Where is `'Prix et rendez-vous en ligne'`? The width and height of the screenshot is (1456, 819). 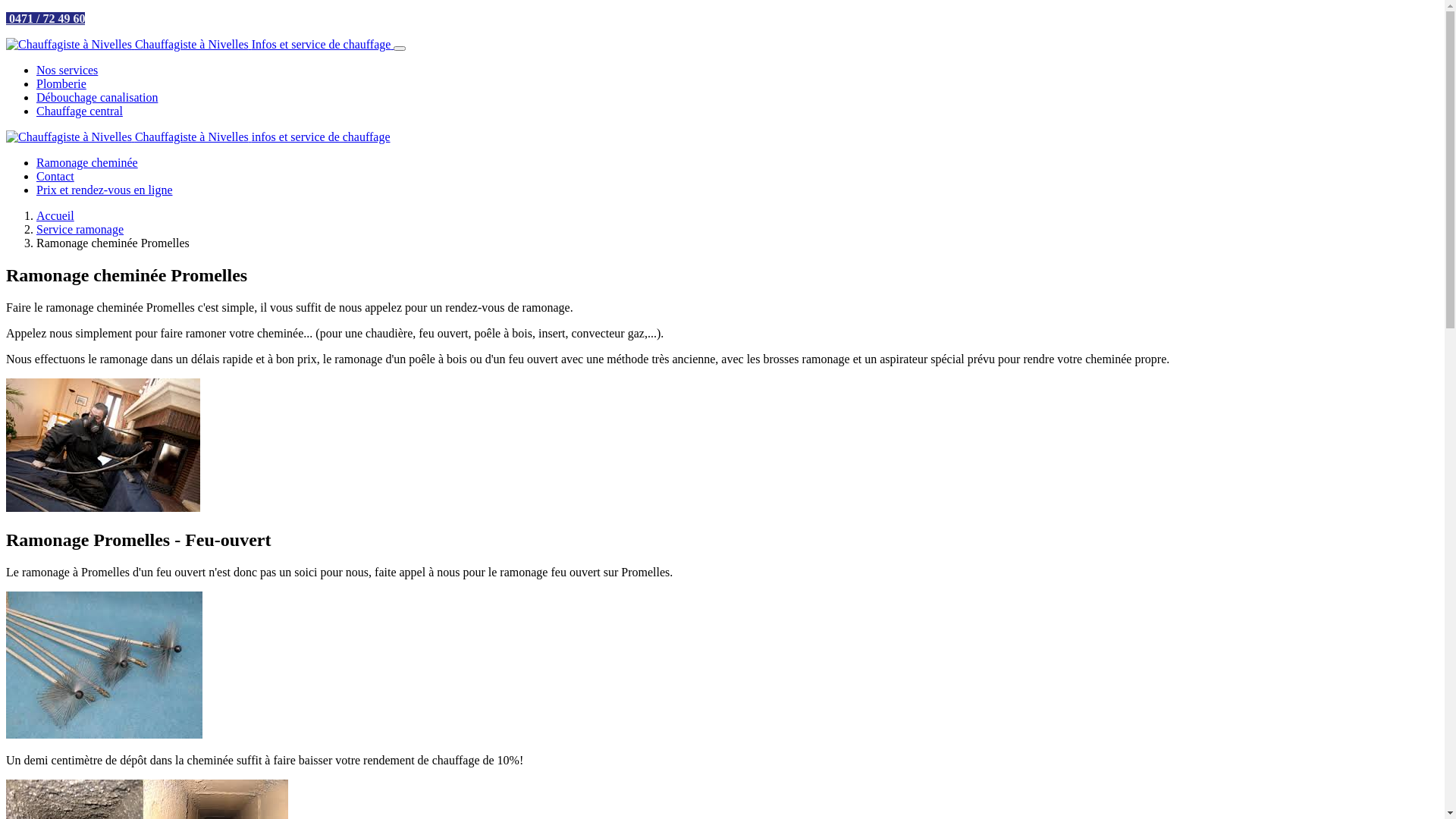
'Prix et rendez-vous en ligne' is located at coordinates (36, 189).